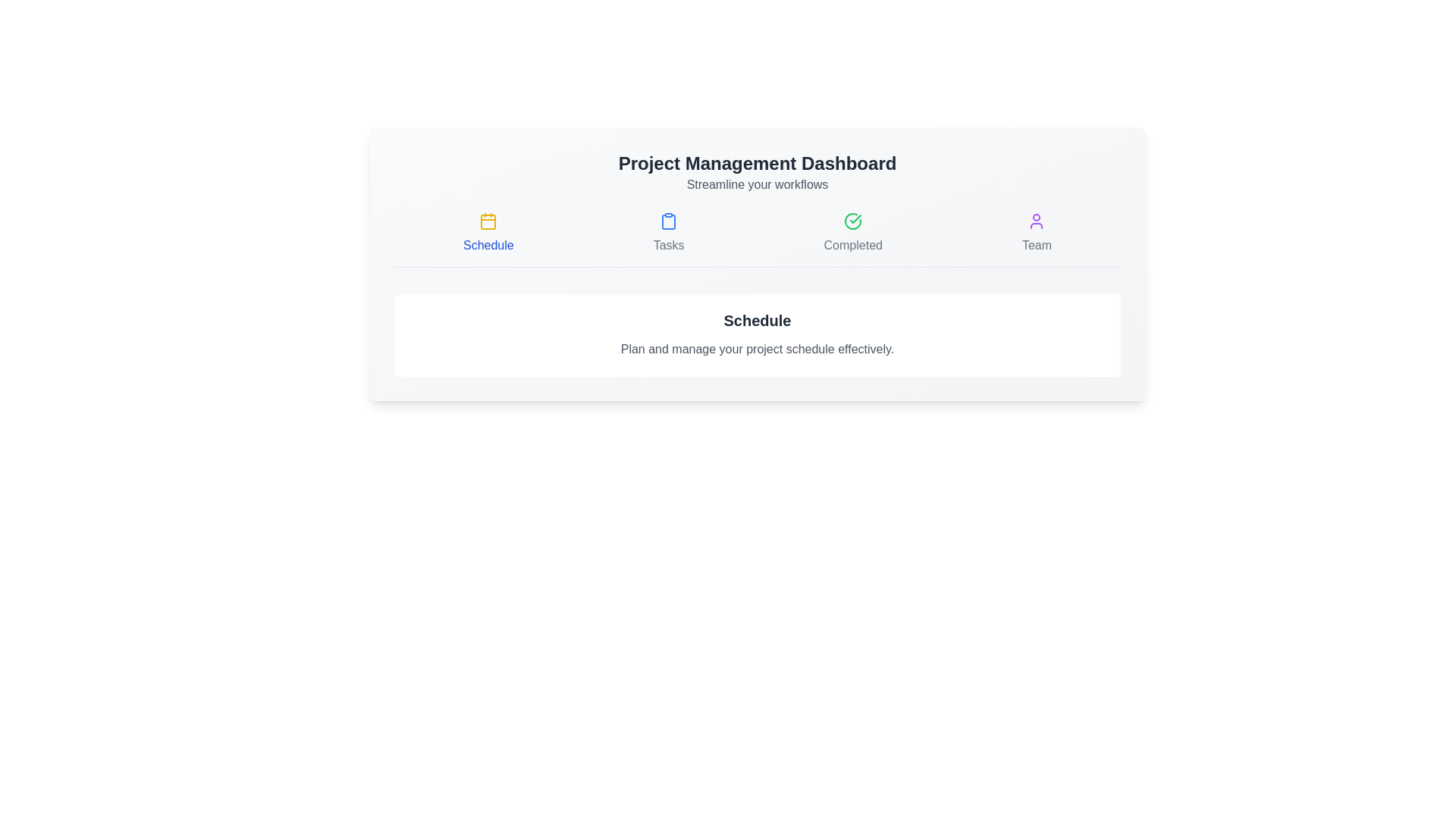 The height and width of the screenshot is (819, 1456). Describe the element at coordinates (668, 234) in the screenshot. I see `the interactive element labeled 'Tasks' to observe its hover effect` at that location.